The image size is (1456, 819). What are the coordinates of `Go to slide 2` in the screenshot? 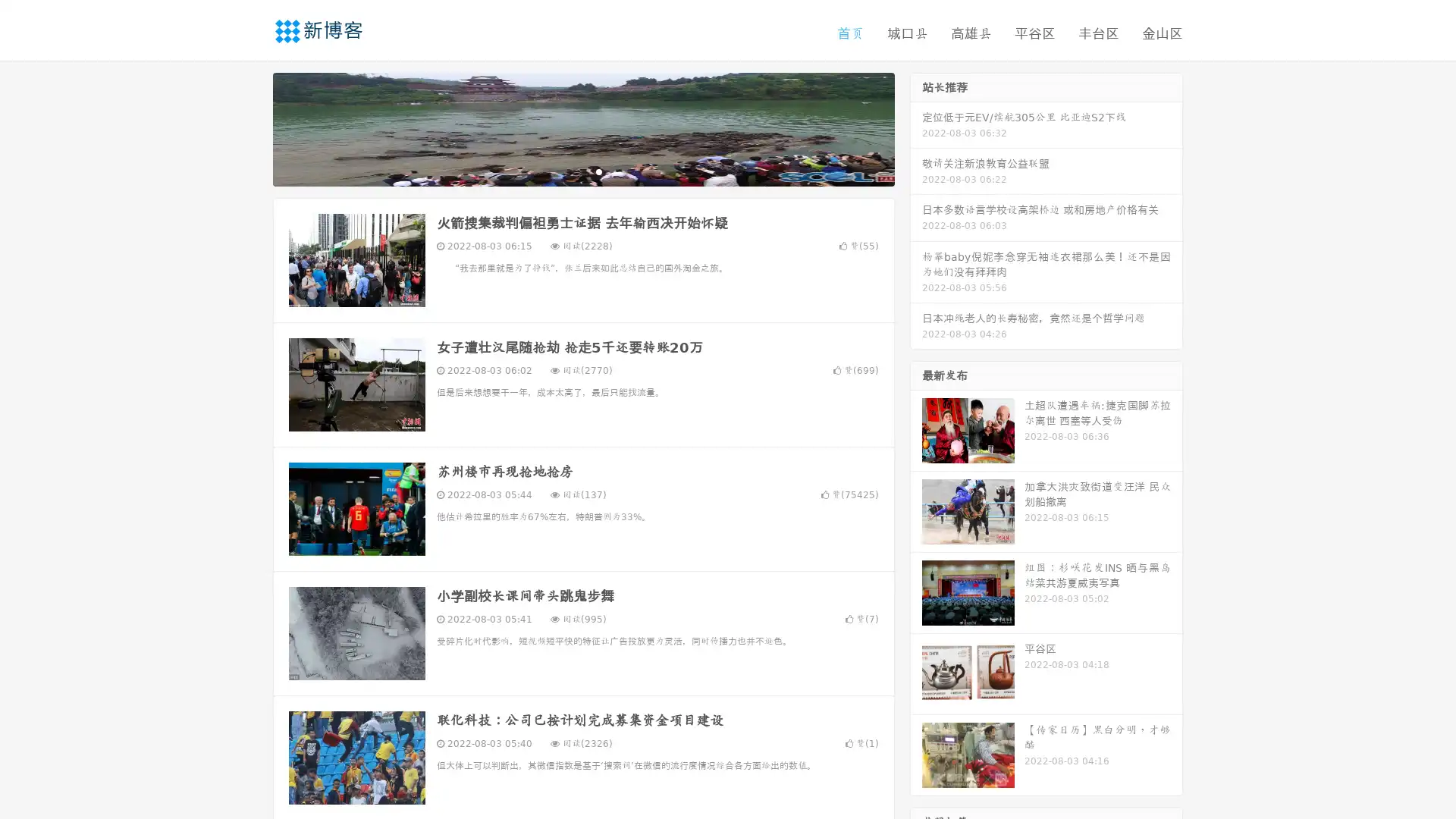 It's located at (582, 171).